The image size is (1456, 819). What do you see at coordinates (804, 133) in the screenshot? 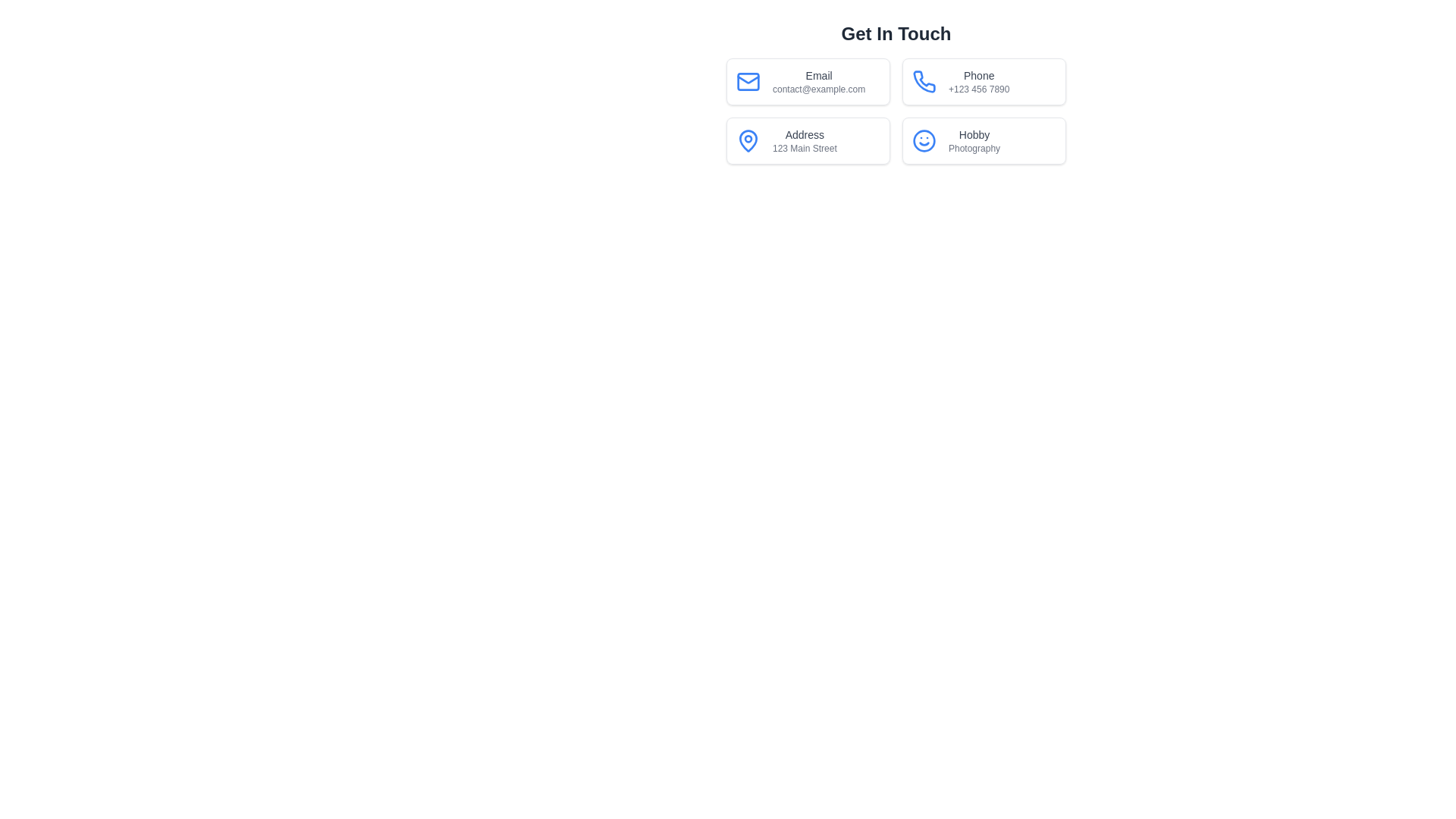
I see `the text label displaying 'Address' in gray color, positioned in the contact information grid's second row, first column` at bounding box center [804, 133].